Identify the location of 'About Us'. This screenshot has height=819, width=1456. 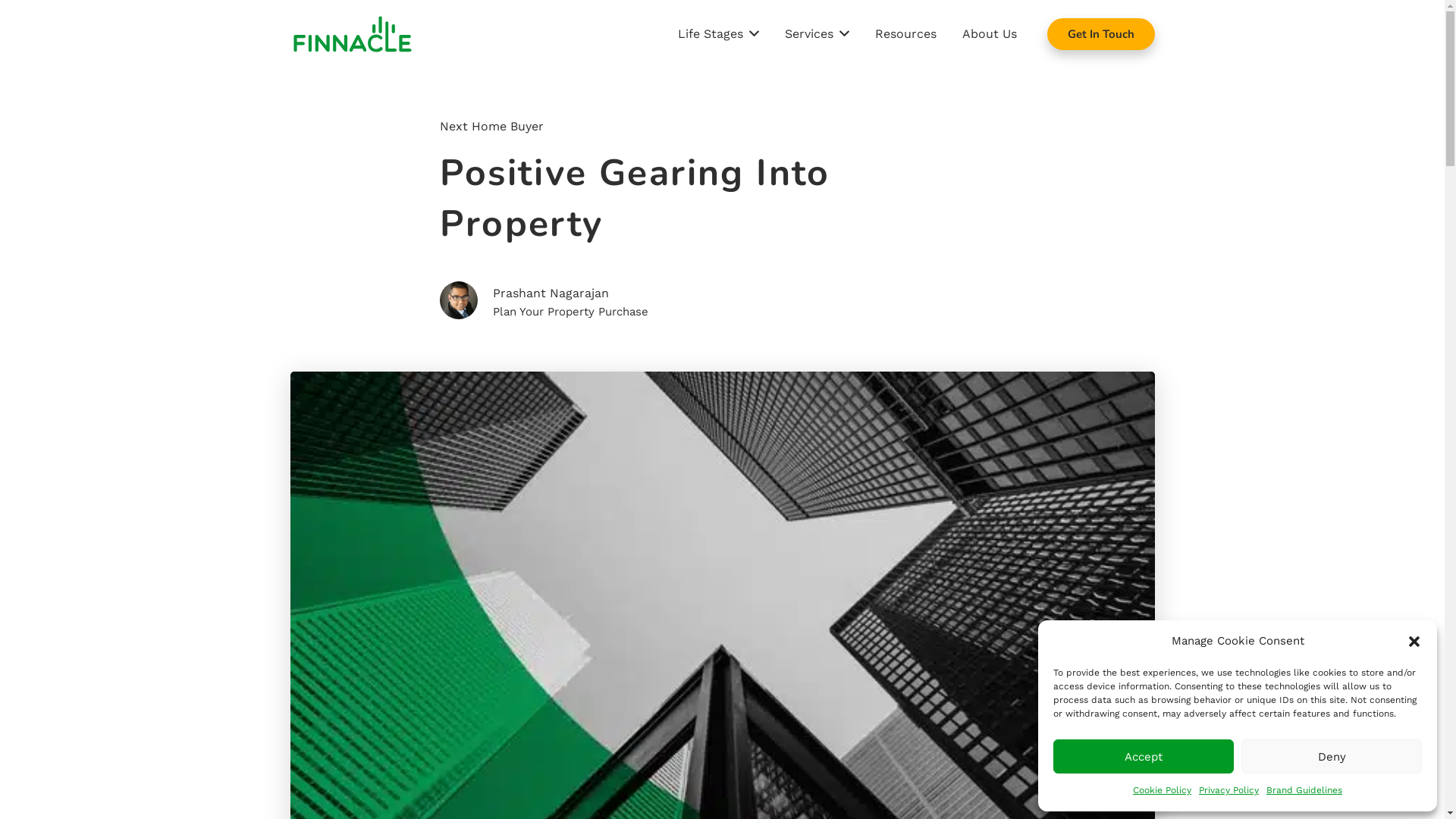
(990, 34).